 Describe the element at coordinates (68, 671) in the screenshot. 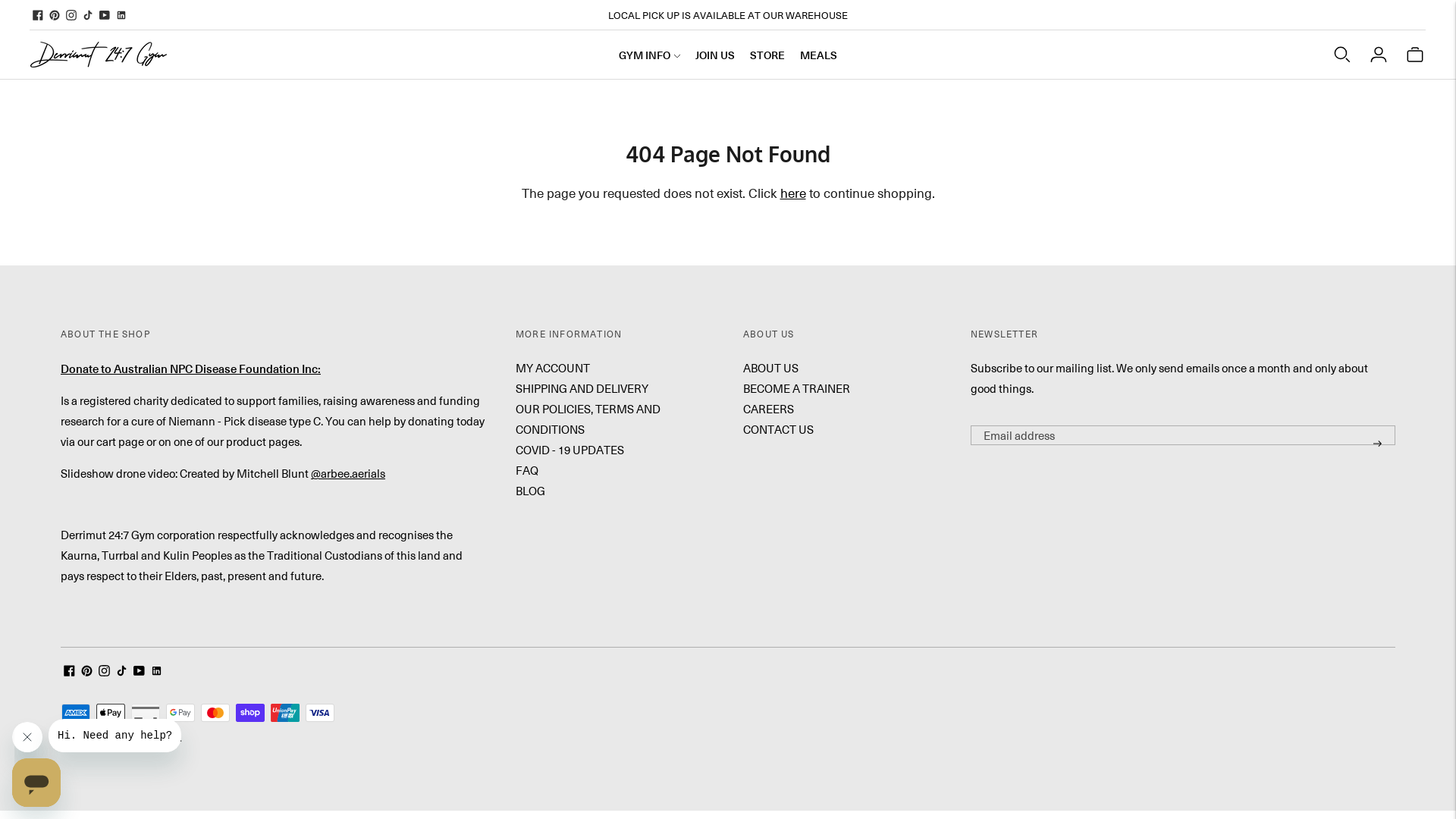

I see `'Derrimut 24:7 Gym on Facebook'` at that location.